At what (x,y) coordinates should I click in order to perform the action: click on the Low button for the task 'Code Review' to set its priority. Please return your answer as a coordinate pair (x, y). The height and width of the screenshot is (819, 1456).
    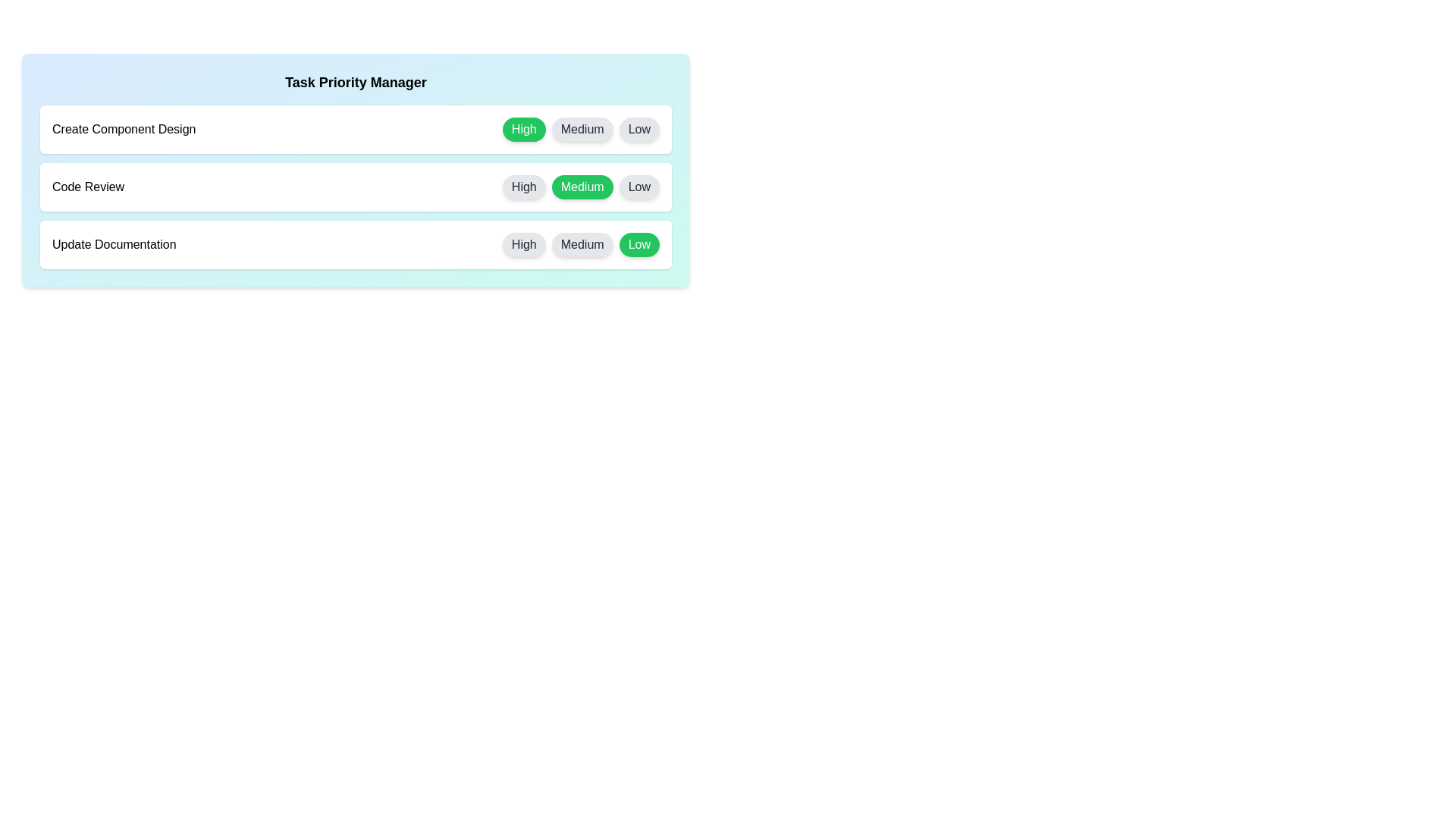
    Looking at the image, I should click on (639, 186).